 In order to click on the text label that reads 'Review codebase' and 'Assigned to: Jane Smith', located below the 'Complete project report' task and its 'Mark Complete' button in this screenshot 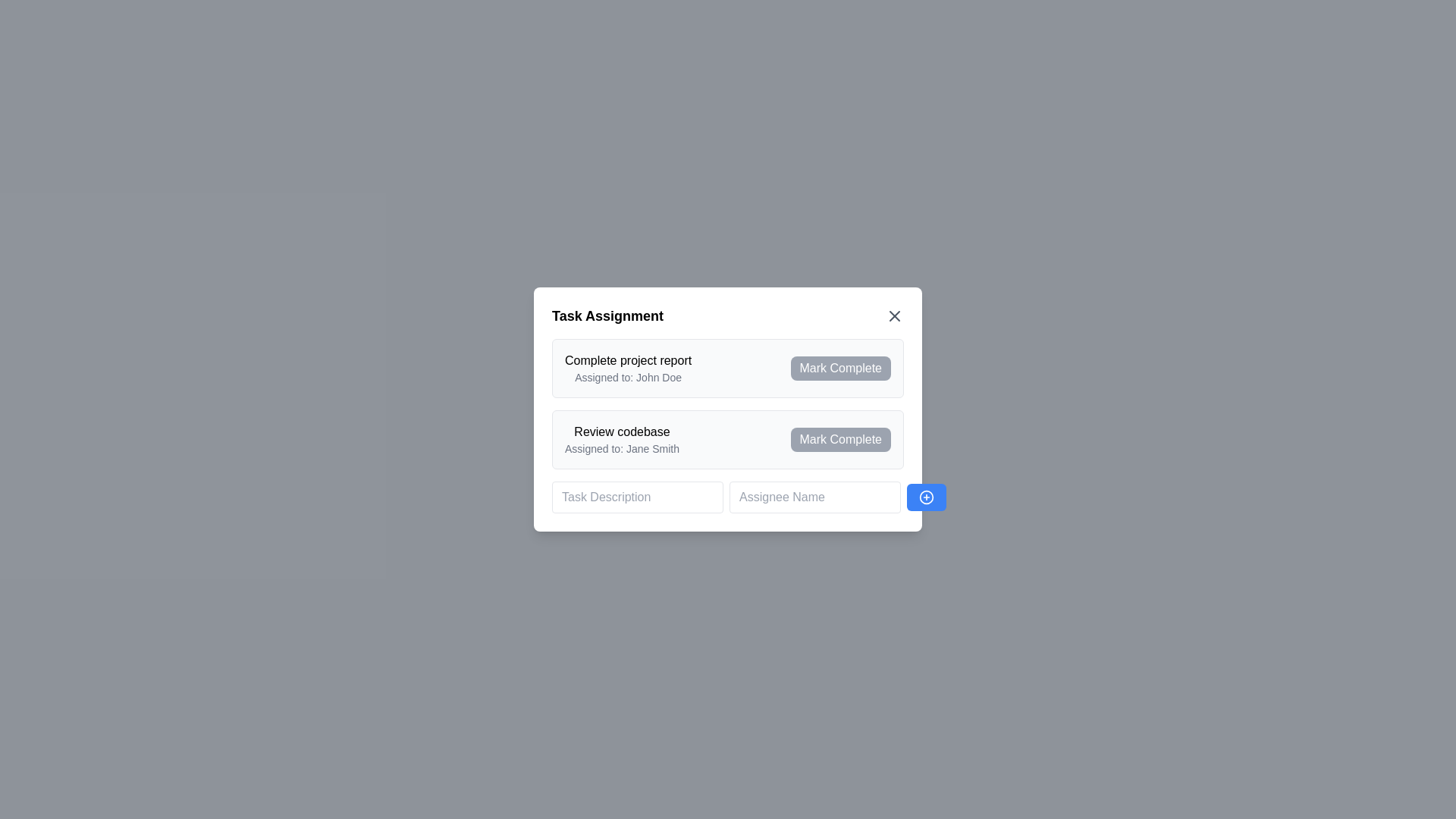, I will do `click(622, 439)`.